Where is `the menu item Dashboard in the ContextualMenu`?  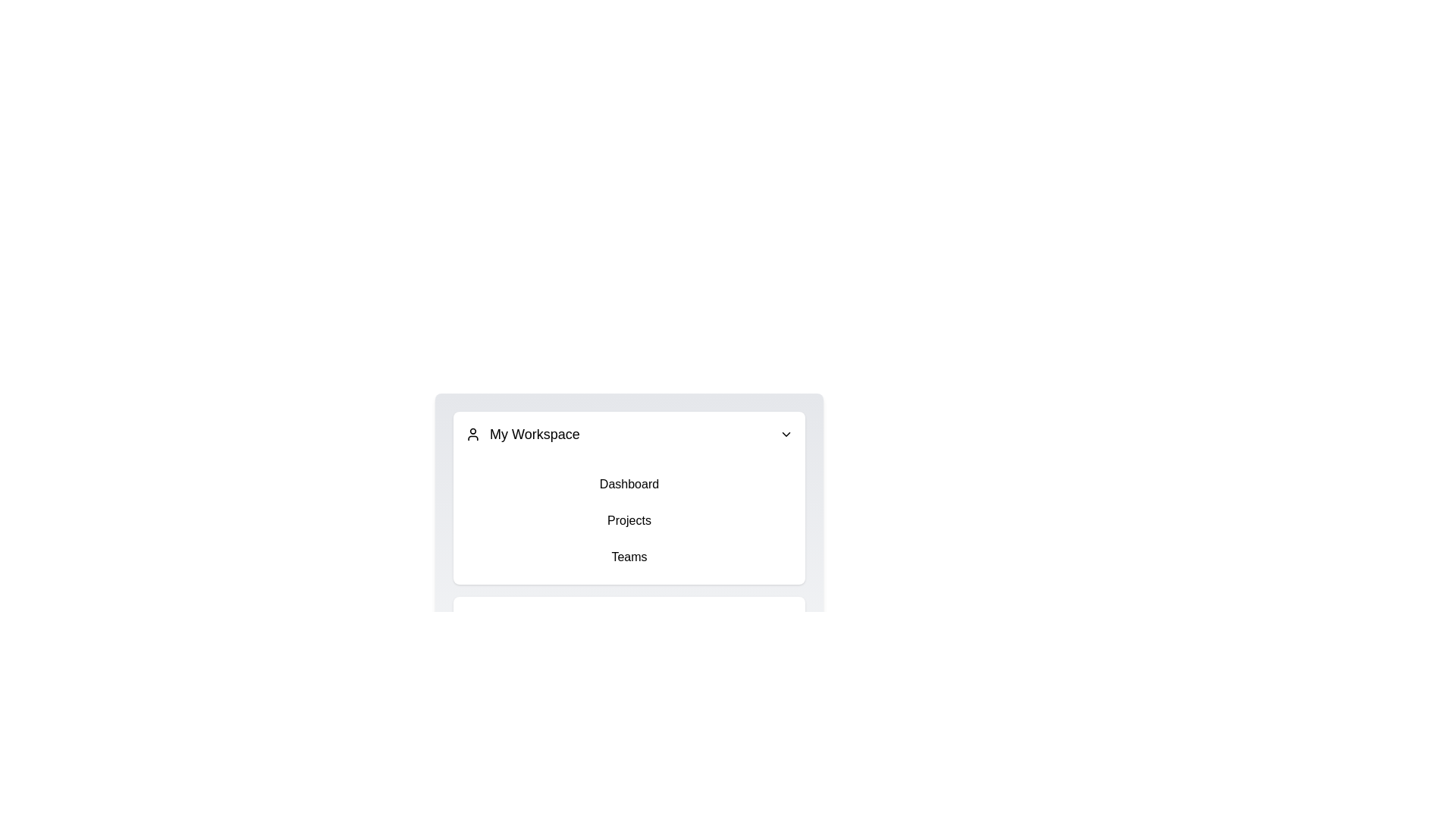 the menu item Dashboard in the ContextualMenu is located at coordinates (629, 485).